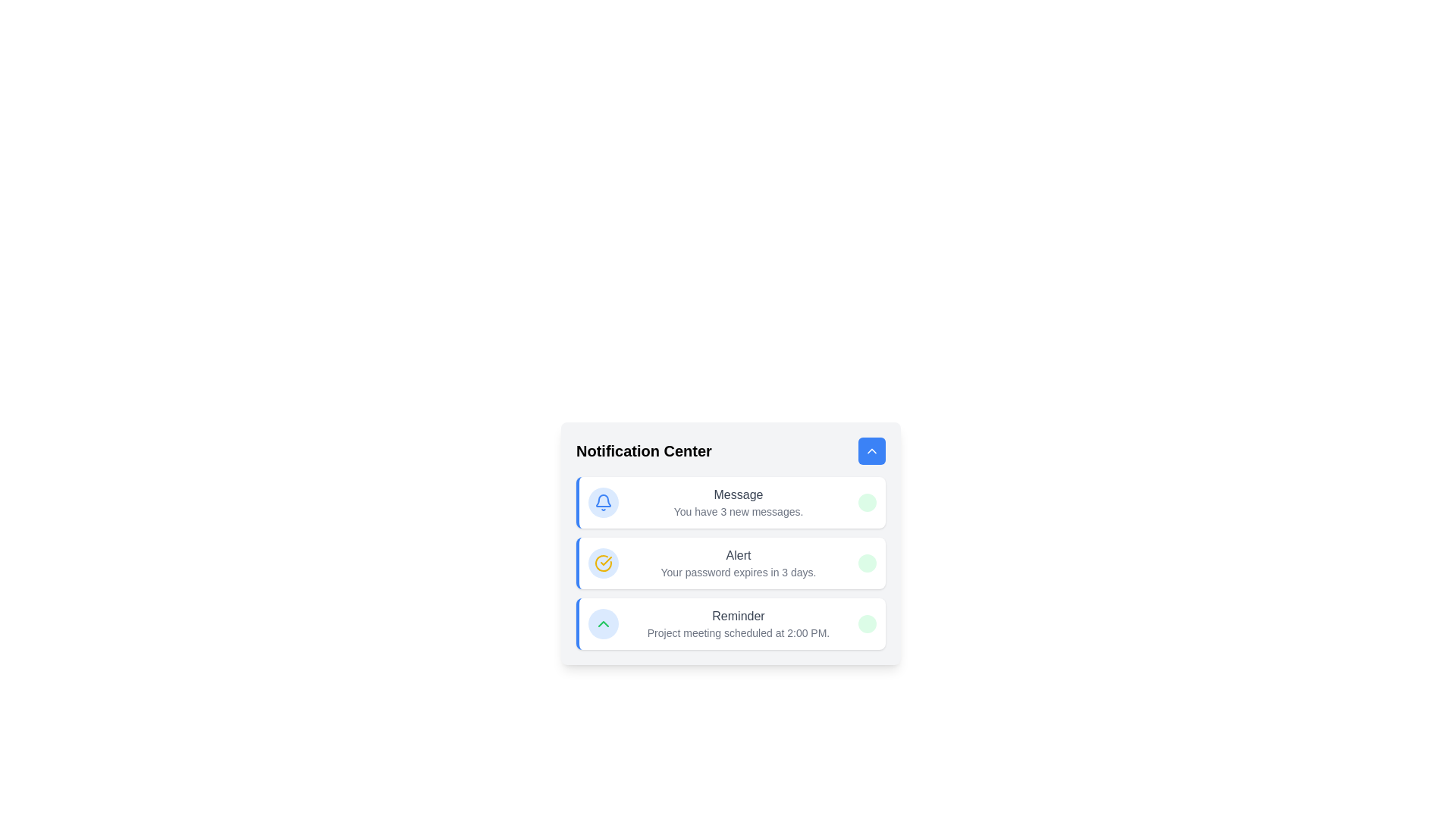 This screenshot has height=819, width=1456. Describe the element at coordinates (603, 563) in the screenshot. I see `the circular checkmark icon with a yellow border in the second notification row labeled 'Alert' within the Notification Center` at that location.